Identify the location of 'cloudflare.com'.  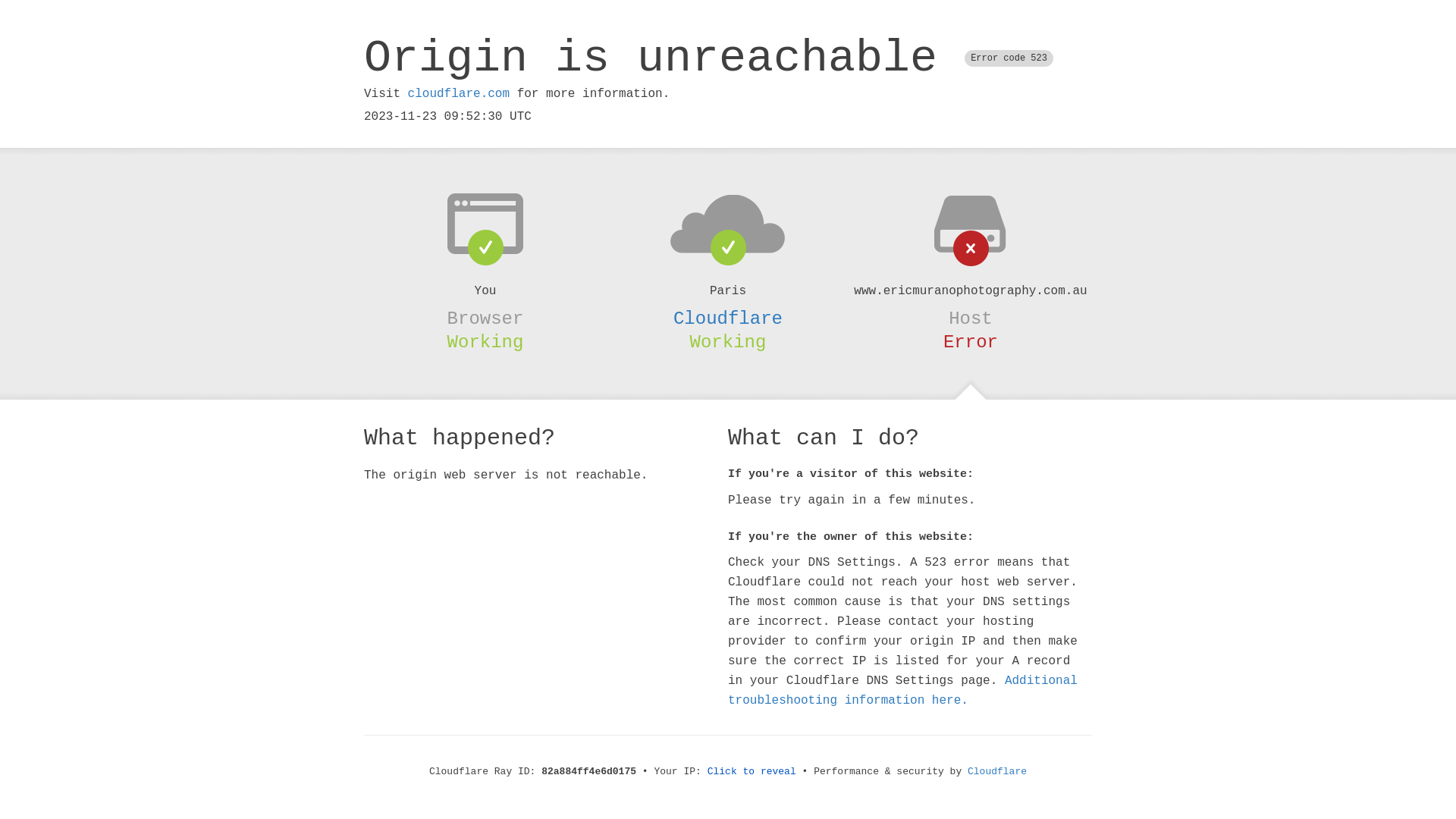
(457, 93).